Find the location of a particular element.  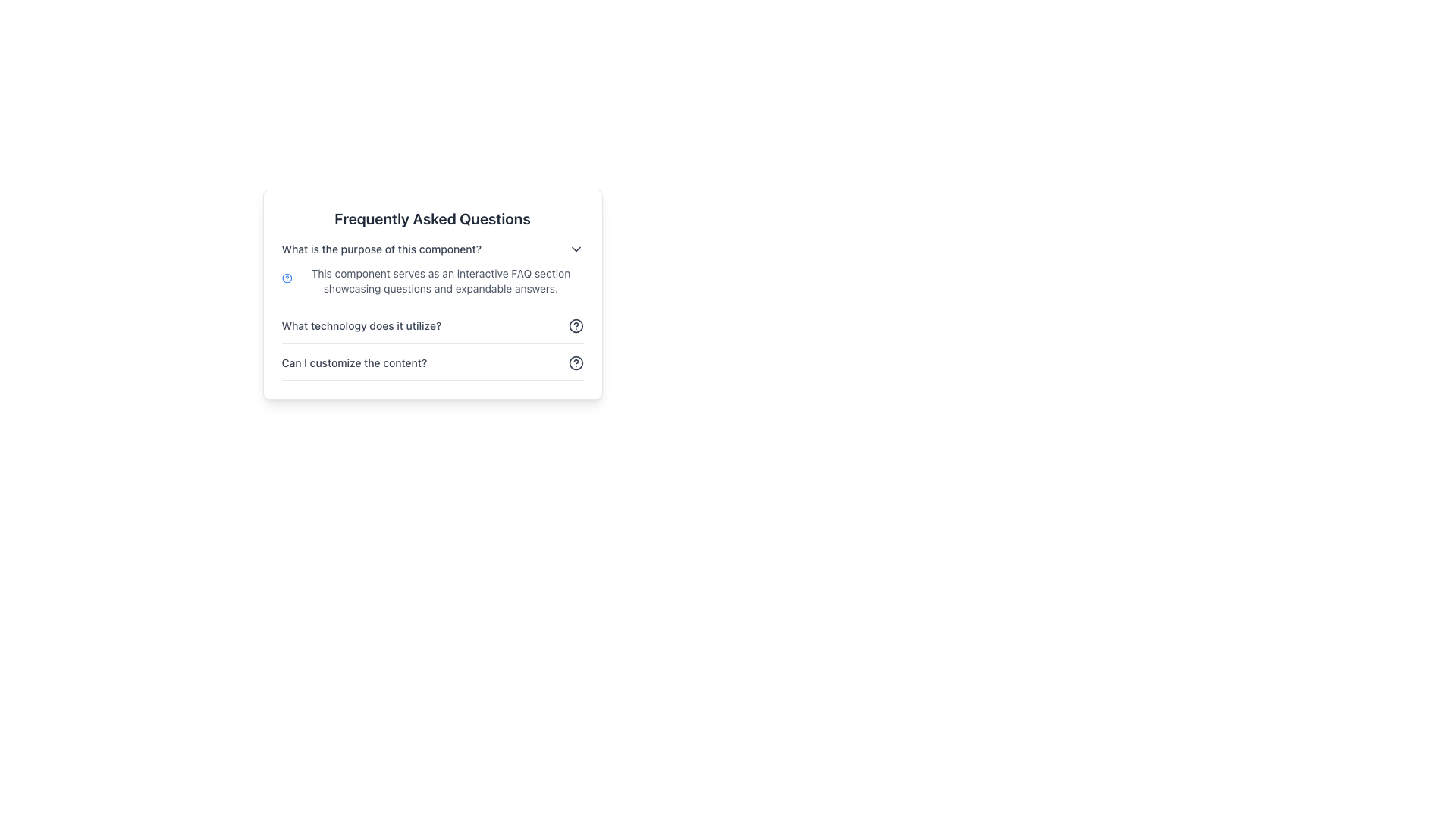

the information/help icon located to the right of the text 'What technology does it utilize?' is located at coordinates (575, 325).